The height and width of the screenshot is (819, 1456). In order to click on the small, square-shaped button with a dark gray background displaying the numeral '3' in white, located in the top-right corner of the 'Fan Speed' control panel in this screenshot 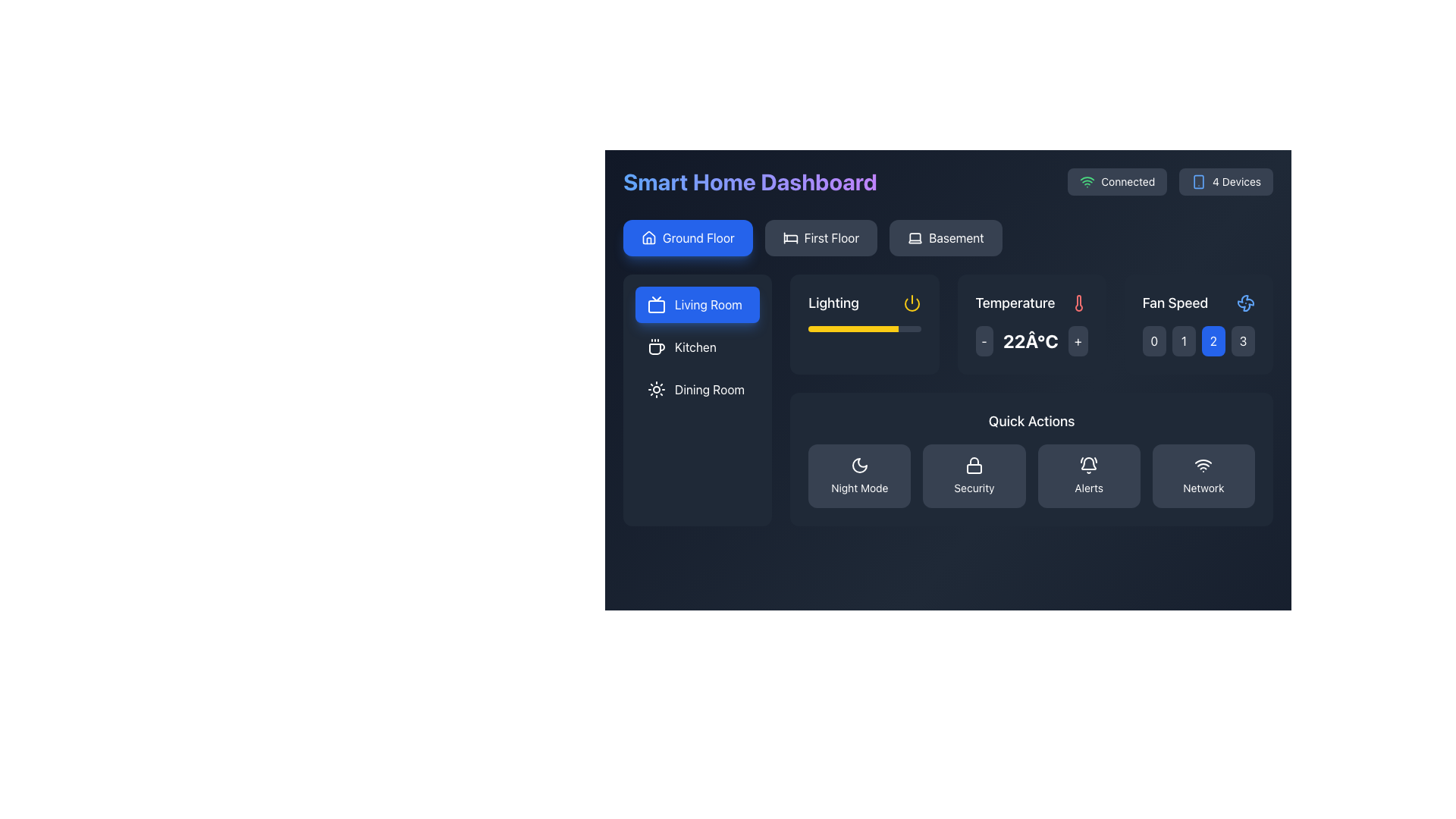, I will do `click(1243, 341)`.